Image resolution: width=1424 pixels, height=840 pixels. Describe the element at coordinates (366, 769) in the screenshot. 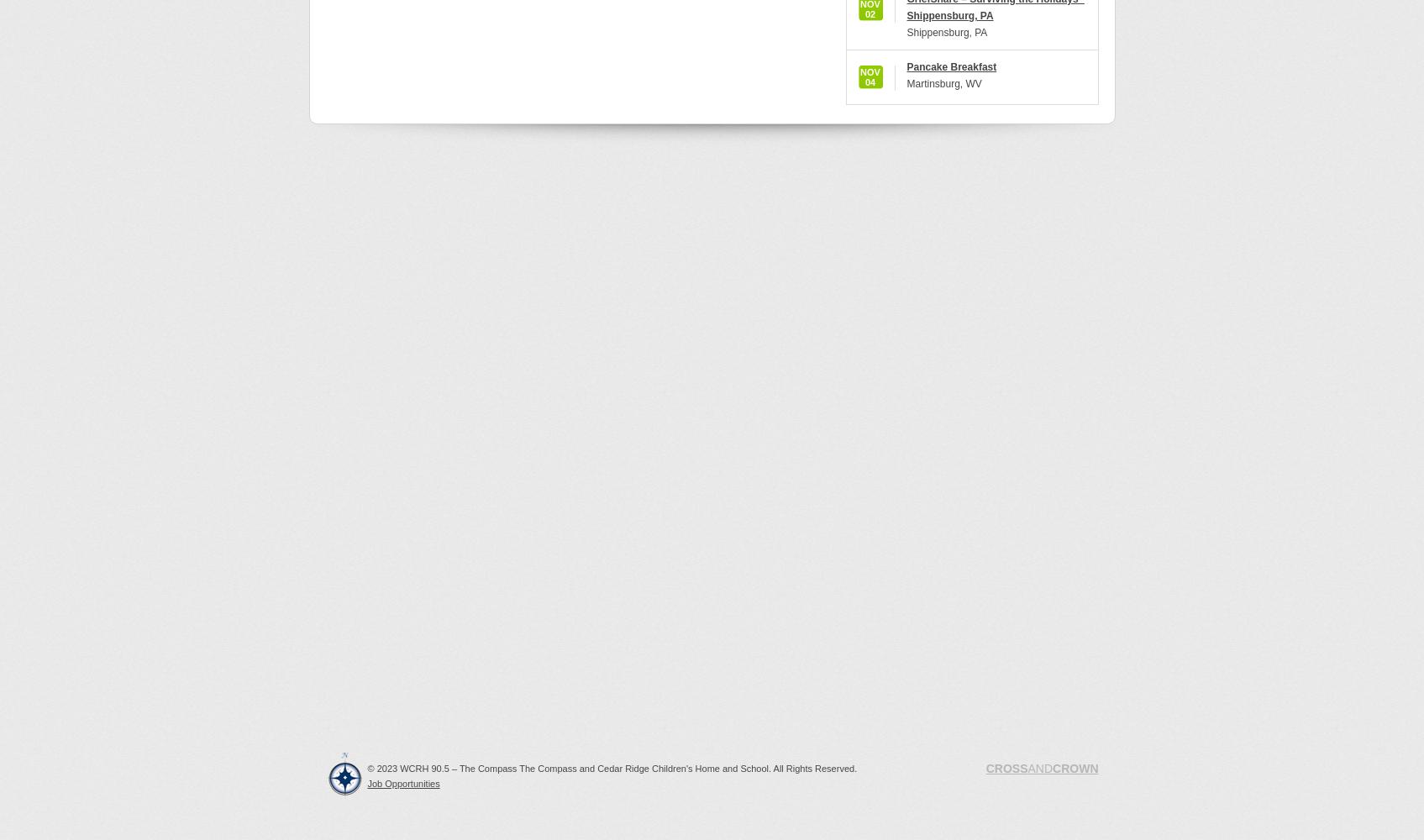

I see `'© 2023 WCRH 90.5 – The Compass The Compass and Cedar Ridge Children's Home and School.  All Rights Reserved.'` at that location.